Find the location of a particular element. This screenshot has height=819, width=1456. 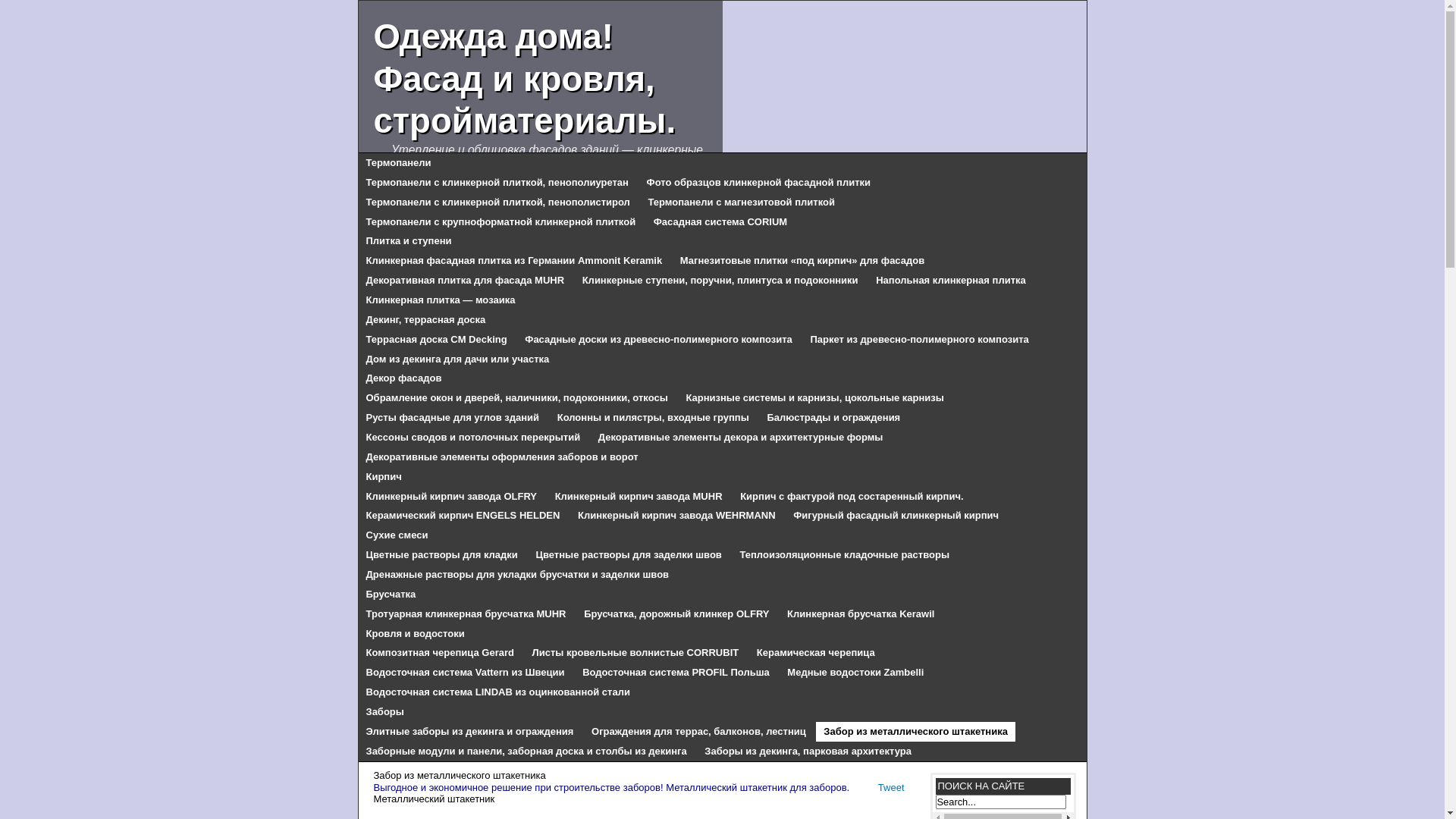

'Tweet' is located at coordinates (877, 786).